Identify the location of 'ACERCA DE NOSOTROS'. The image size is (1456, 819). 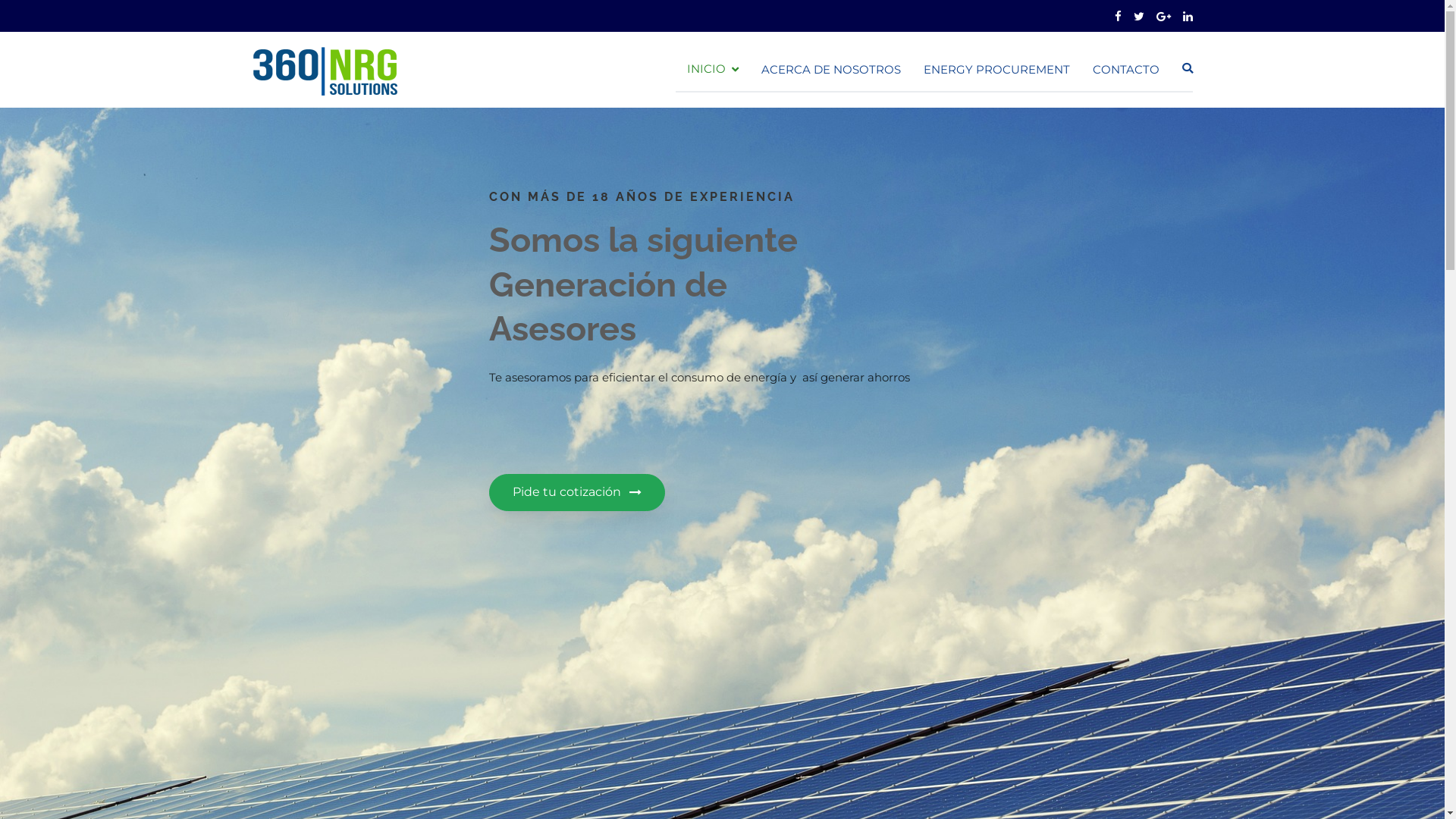
(830, 69).